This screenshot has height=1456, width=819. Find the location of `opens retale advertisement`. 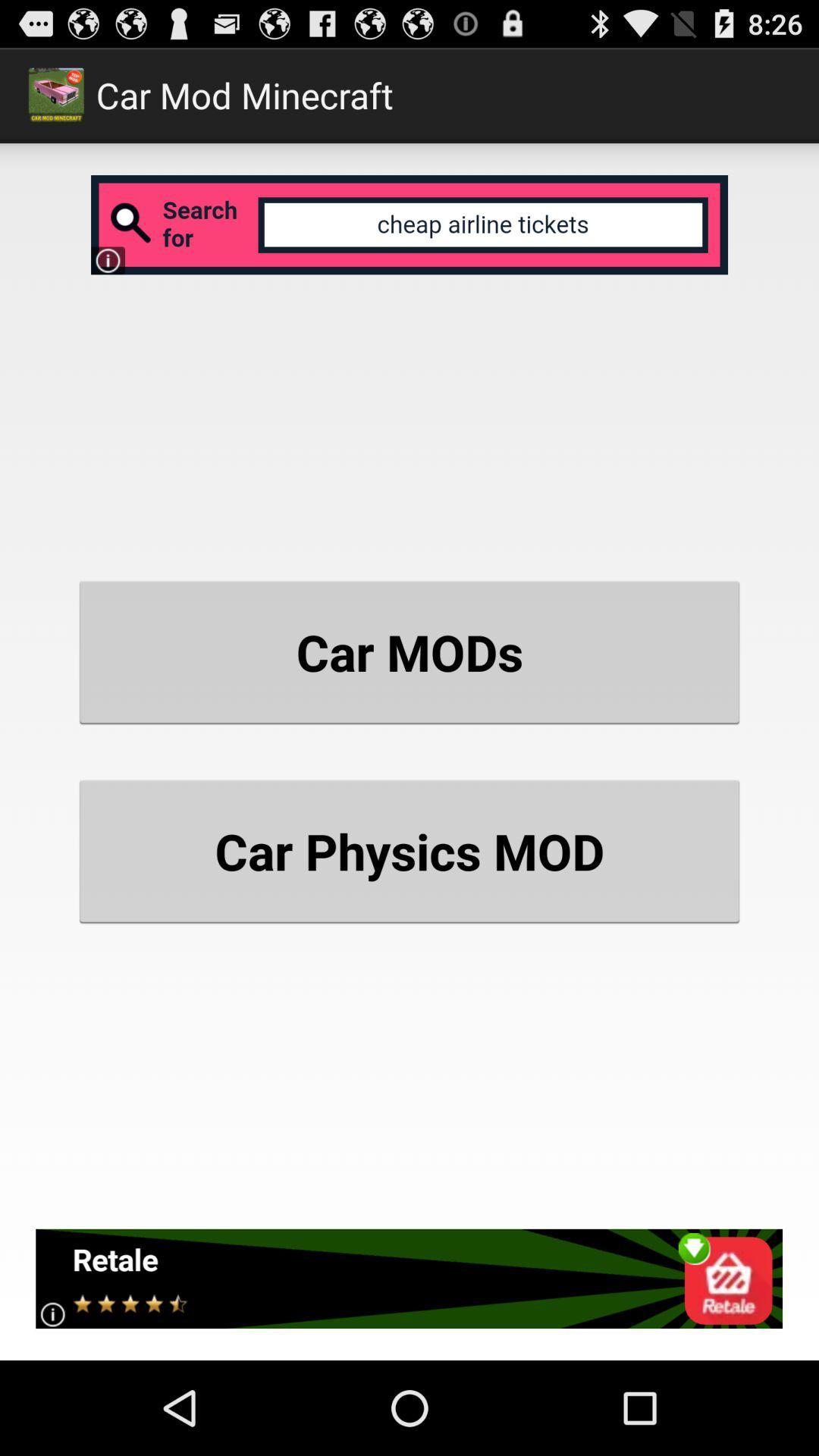

opens retale advertisement is located at coordinates (408, 1278).